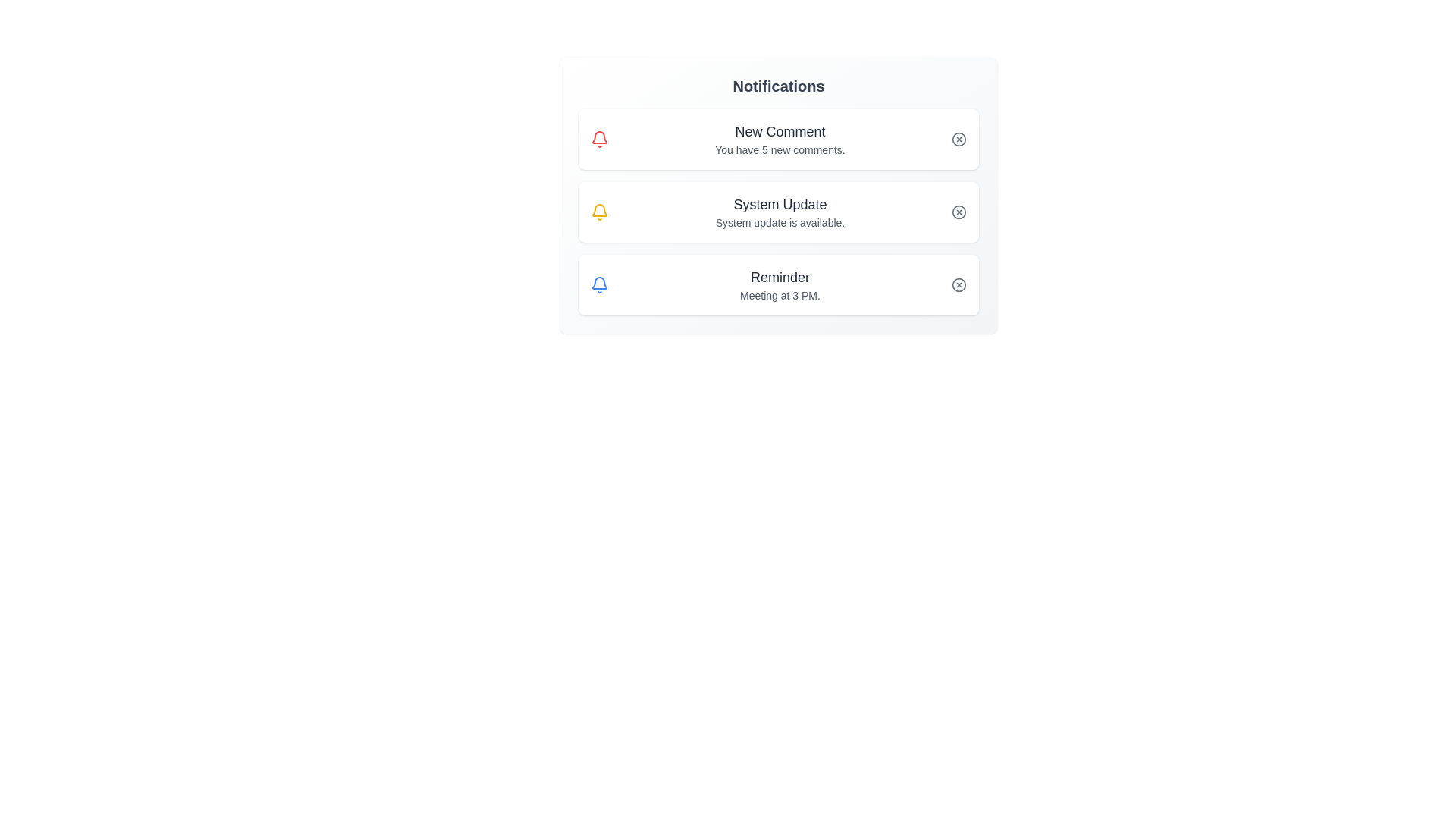  I want to click on the 'System Update' text label, which is styled in dark gray and is positioned in the middle notification entry of the interface, so click(780, 205).